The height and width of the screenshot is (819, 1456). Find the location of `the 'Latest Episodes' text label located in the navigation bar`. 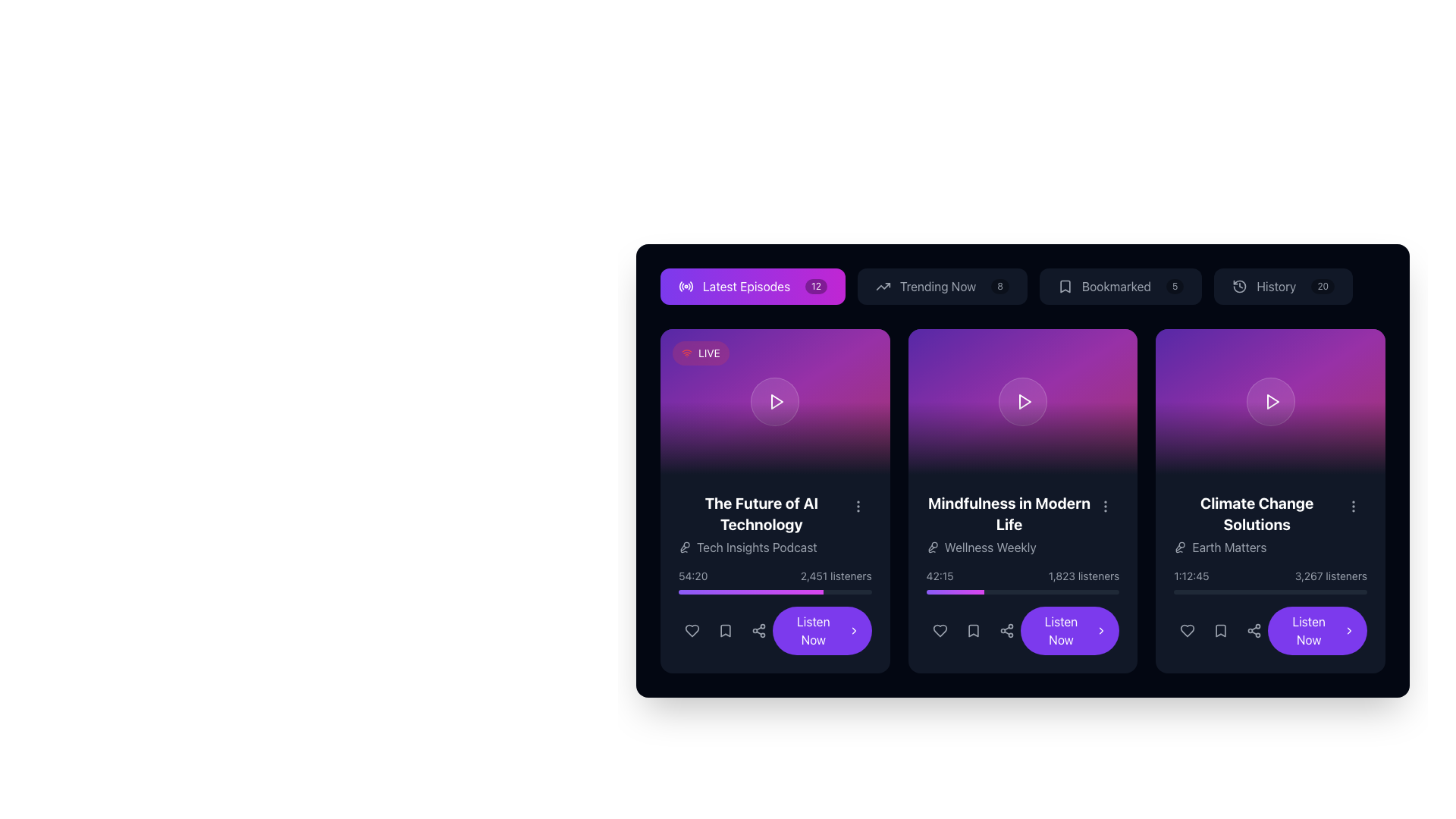

the 'Latest Episodes' text label located in the navigation bar is located at coordinates (746, 287).